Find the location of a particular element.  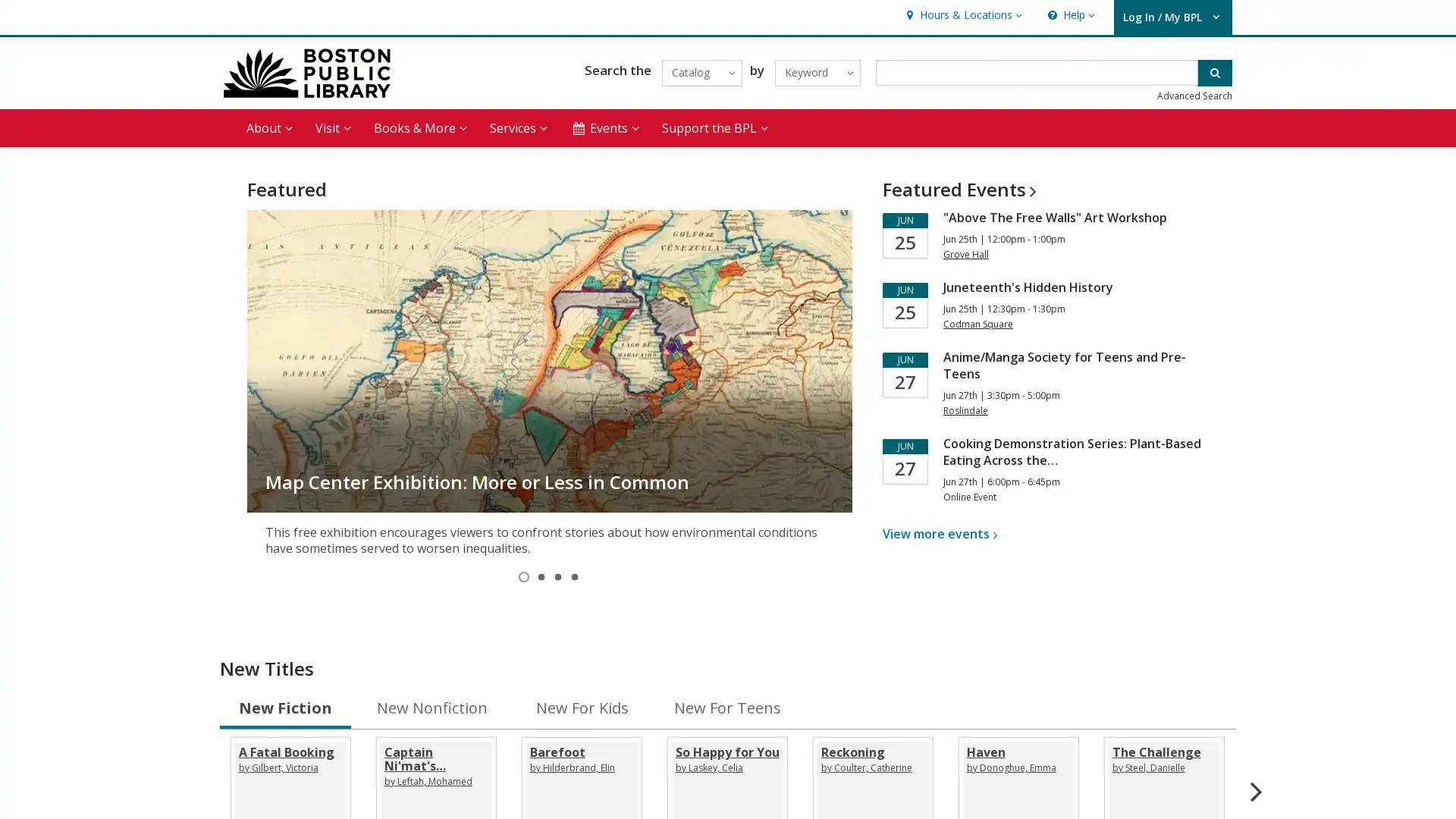

View item 3 is located at coordinates (557, 576).